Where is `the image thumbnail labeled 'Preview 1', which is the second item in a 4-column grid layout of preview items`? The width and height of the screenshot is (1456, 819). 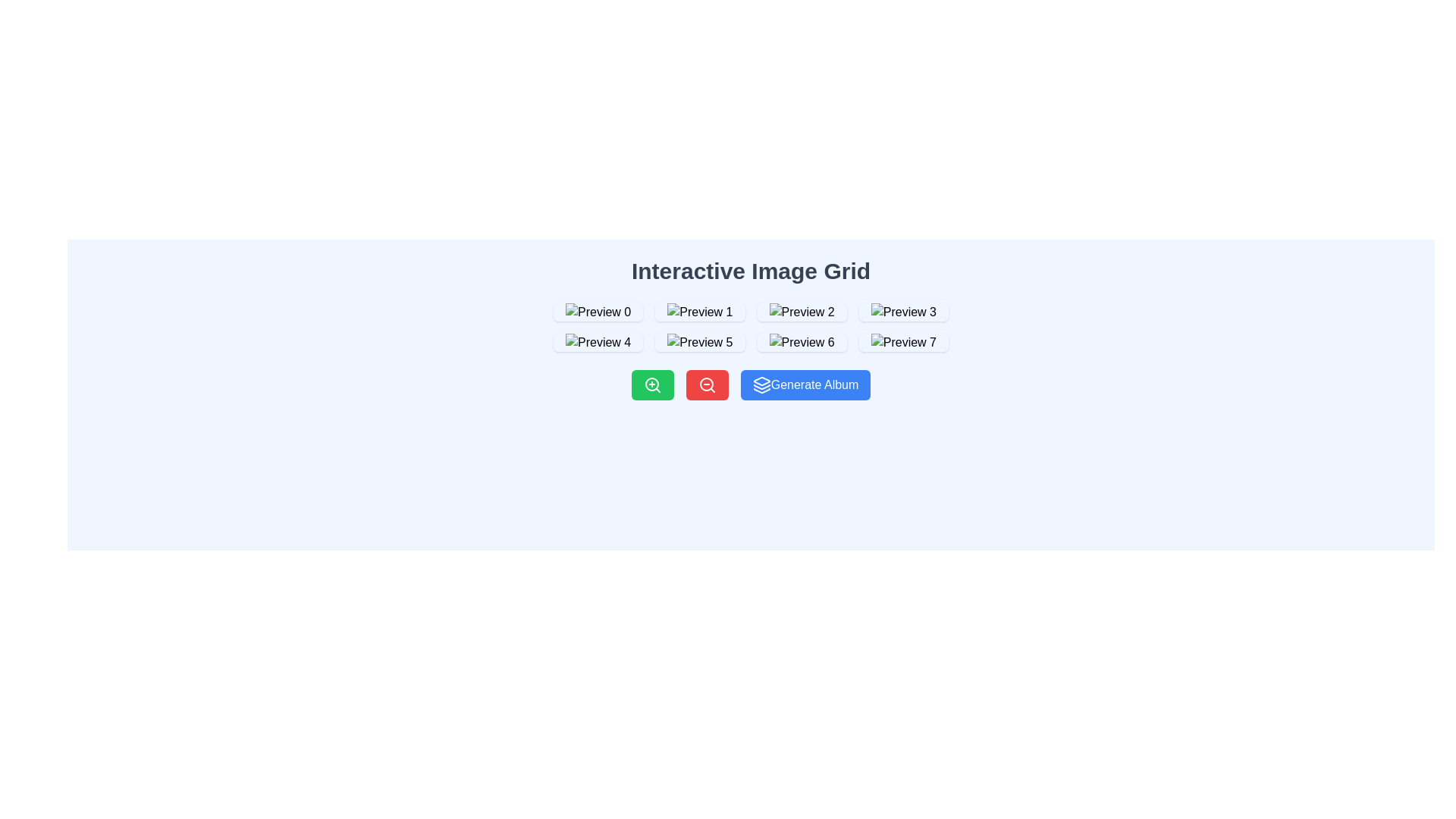
the image thumbnail labeled 'Preview 1', which is the second item in a 4-column grid layout of preview items is located at coordinates (699, 312).